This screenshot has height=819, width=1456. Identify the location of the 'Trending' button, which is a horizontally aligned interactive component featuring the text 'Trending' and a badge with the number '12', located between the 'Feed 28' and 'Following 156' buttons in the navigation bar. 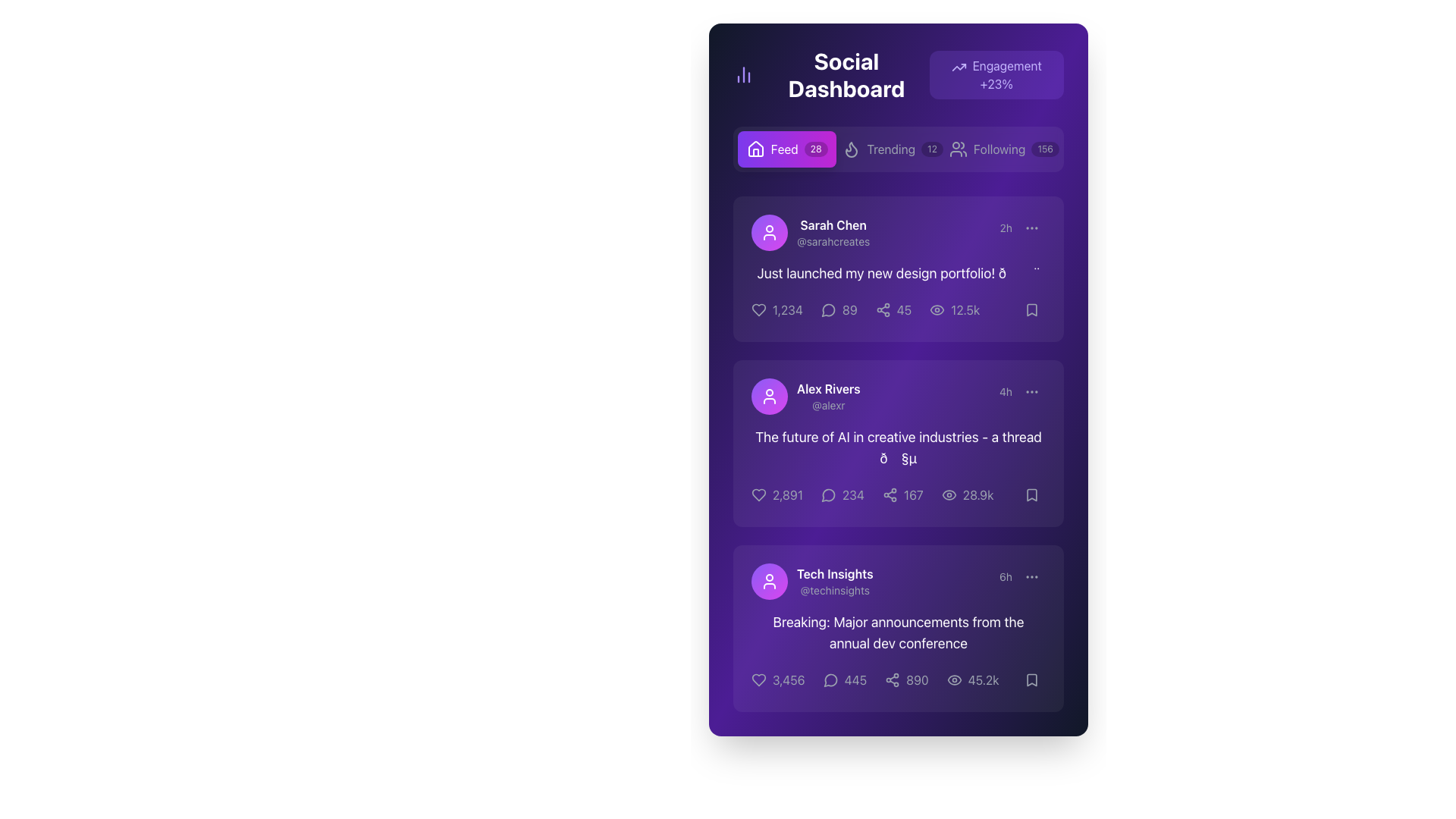
(893, 149).